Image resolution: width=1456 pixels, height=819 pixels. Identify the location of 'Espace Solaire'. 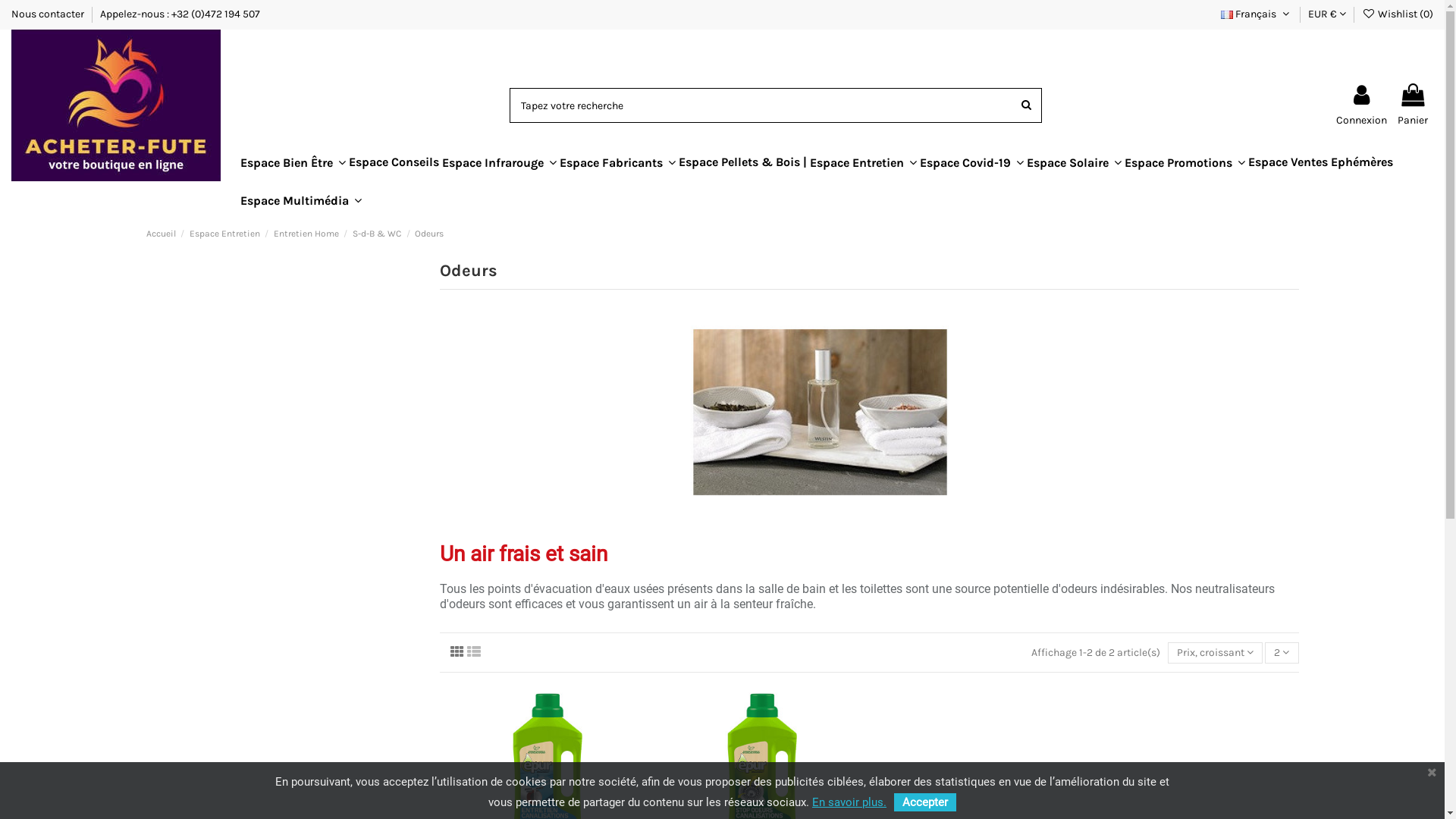
(1073, 162).